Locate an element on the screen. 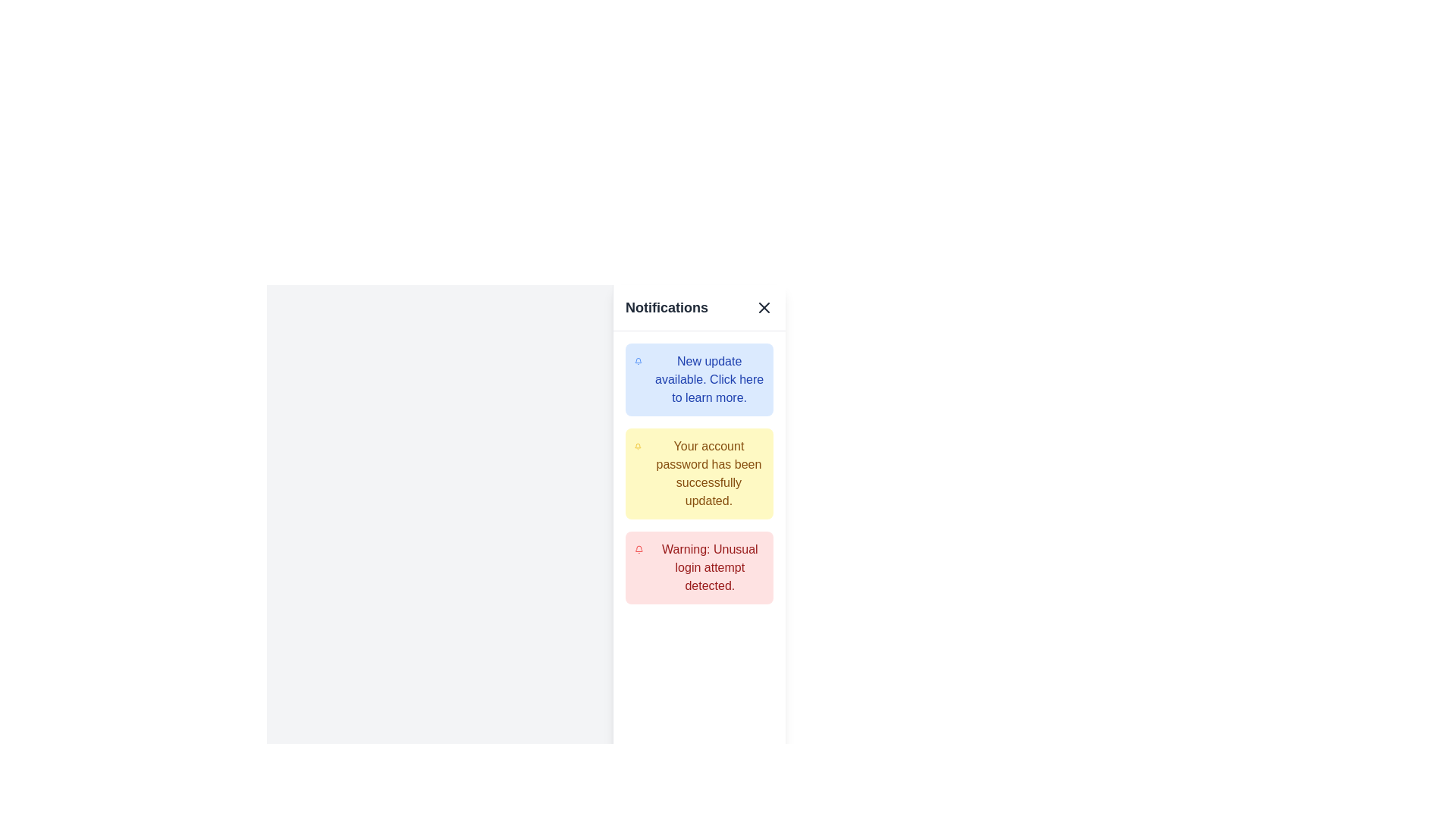 The width and height of the screenshot is (1456, 819). the close button (X icon) located at the top-right corner of the 'Notifications' header is located at coordinates (764, 307).